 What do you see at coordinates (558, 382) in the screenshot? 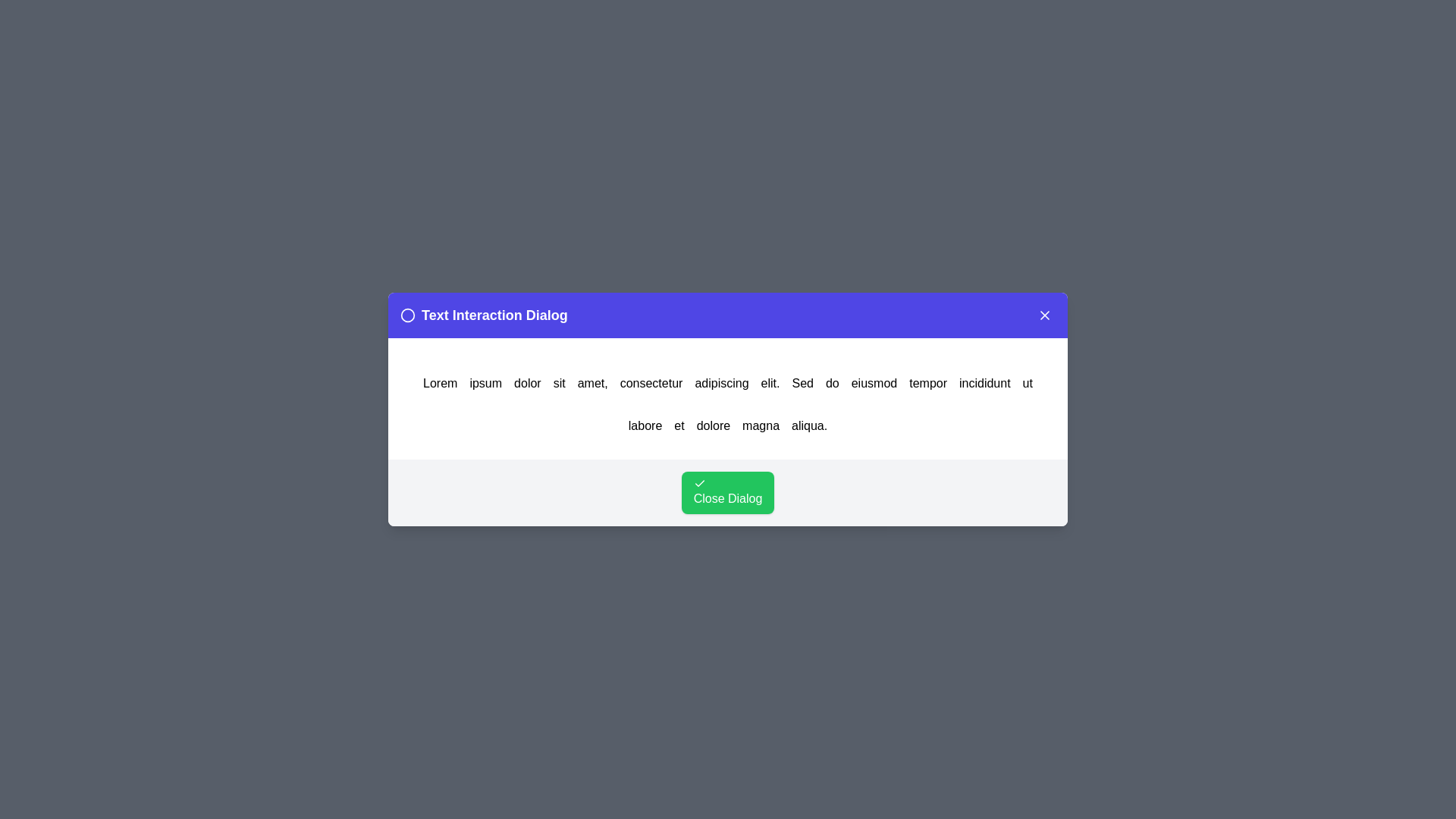
I see `the word sit in the text to trigger an alert displaying the clicked word` at bounding box center [558, 382].